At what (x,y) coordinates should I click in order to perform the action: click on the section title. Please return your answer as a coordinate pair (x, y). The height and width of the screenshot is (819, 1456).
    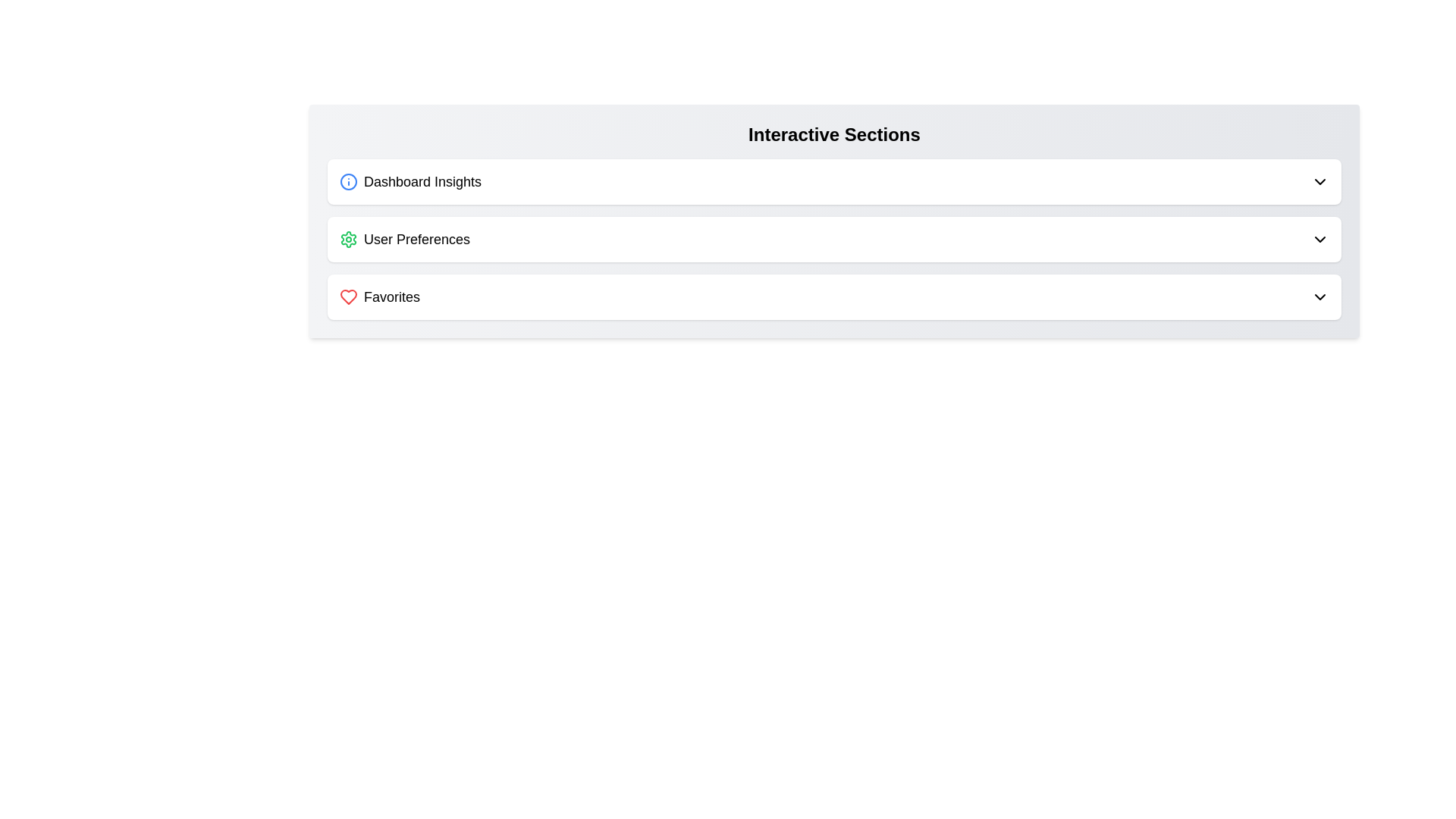
    Looking at the image, I should click on (404, 239).